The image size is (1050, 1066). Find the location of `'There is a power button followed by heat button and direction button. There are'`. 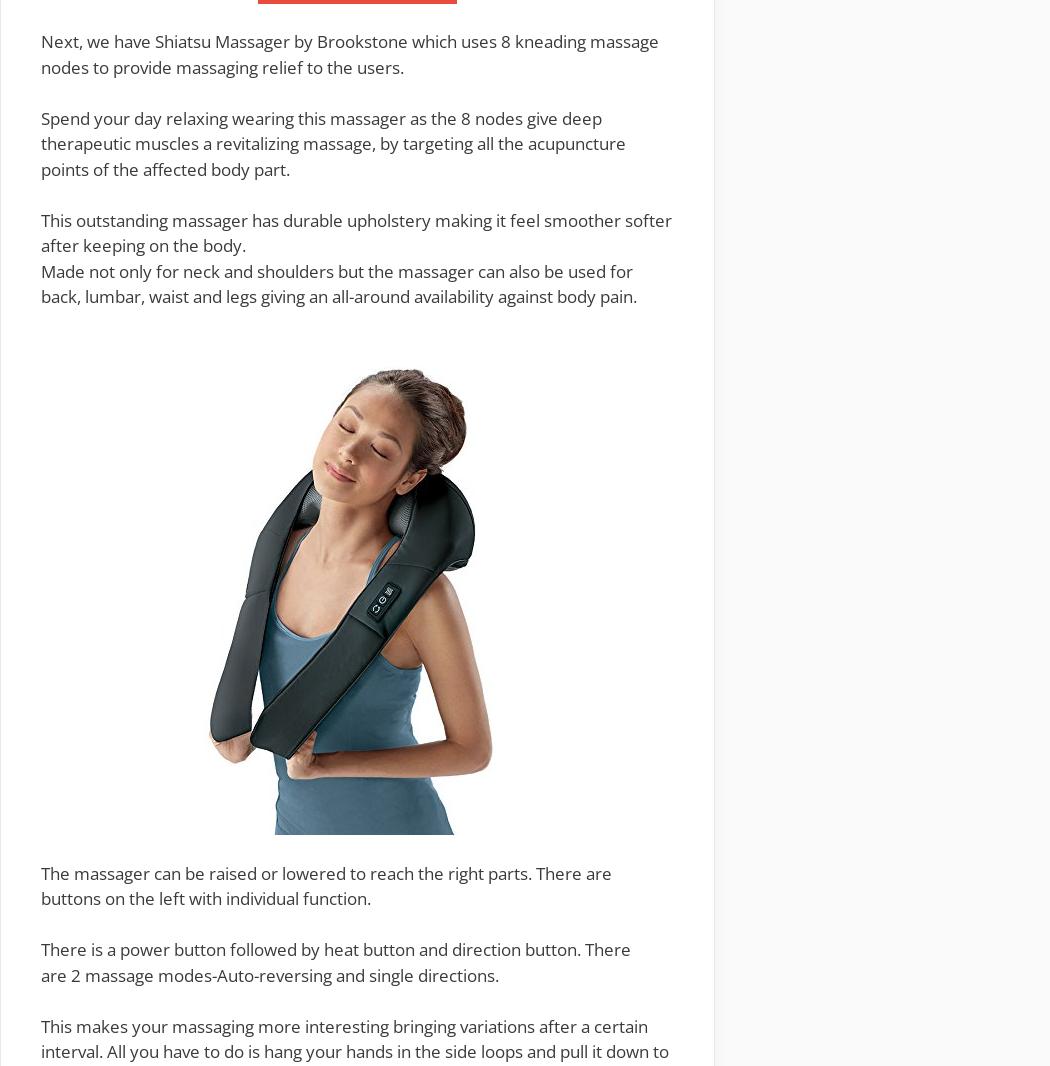

'There is a power button followed by heat button and direction button. There are' is located at coordinates (336, 961).